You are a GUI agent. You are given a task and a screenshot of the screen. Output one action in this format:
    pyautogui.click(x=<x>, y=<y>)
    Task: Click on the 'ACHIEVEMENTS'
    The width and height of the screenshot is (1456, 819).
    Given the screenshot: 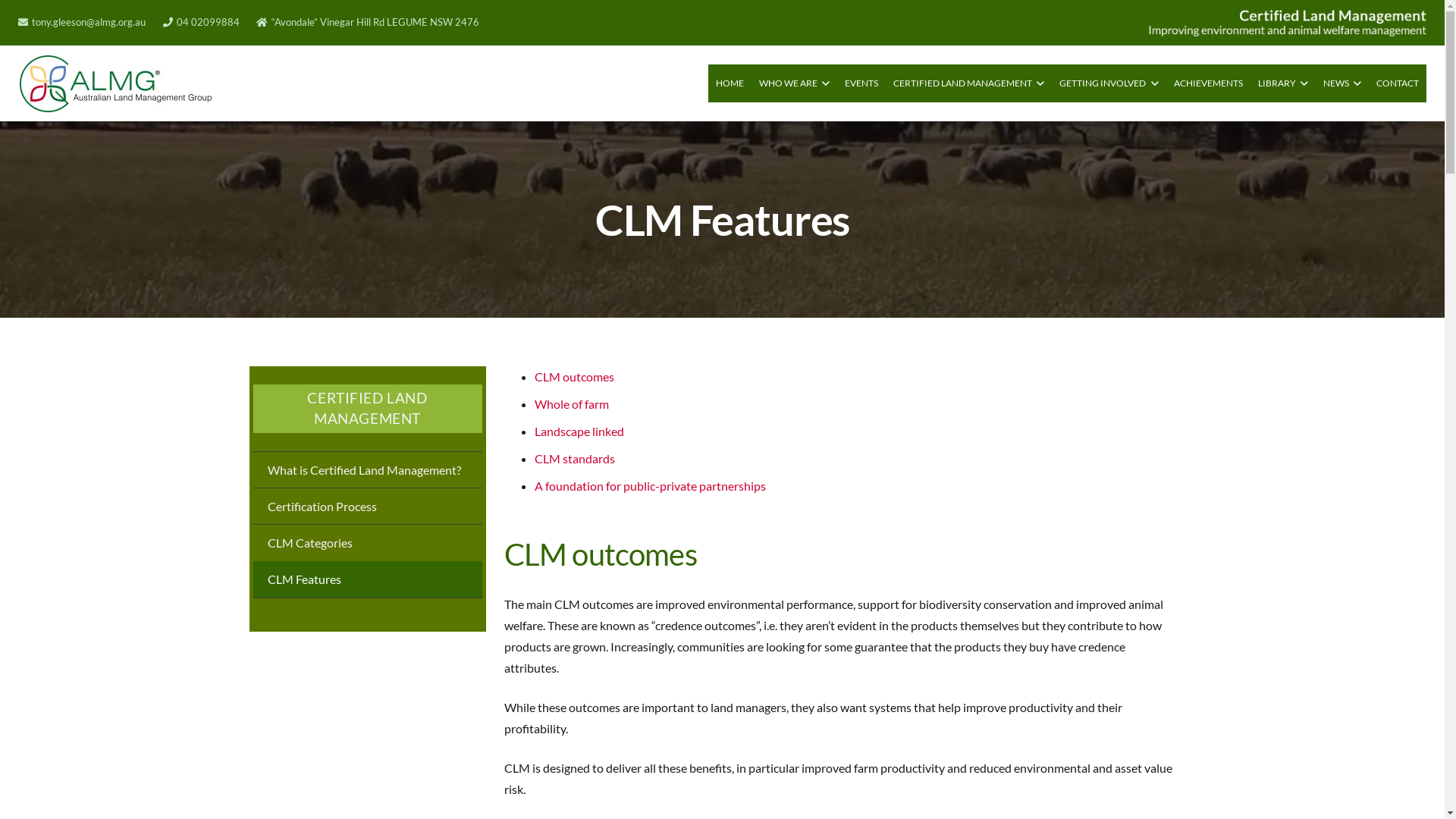 What is the action you would take?
    pyautogui.click(x=1165, y=83)
    